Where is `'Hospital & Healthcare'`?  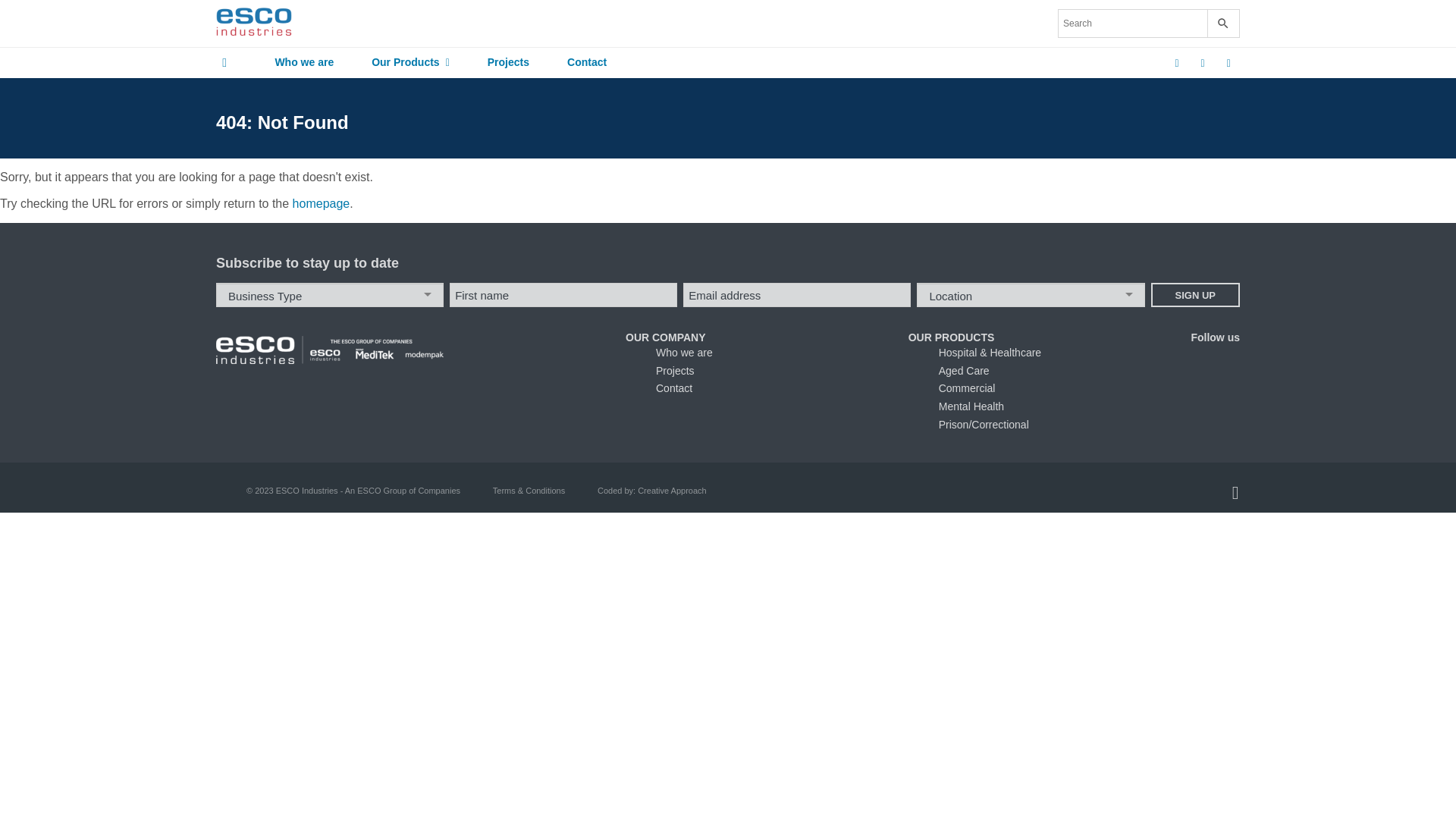 'Hospital & Healthcare' is located at coordinates (938, 353).